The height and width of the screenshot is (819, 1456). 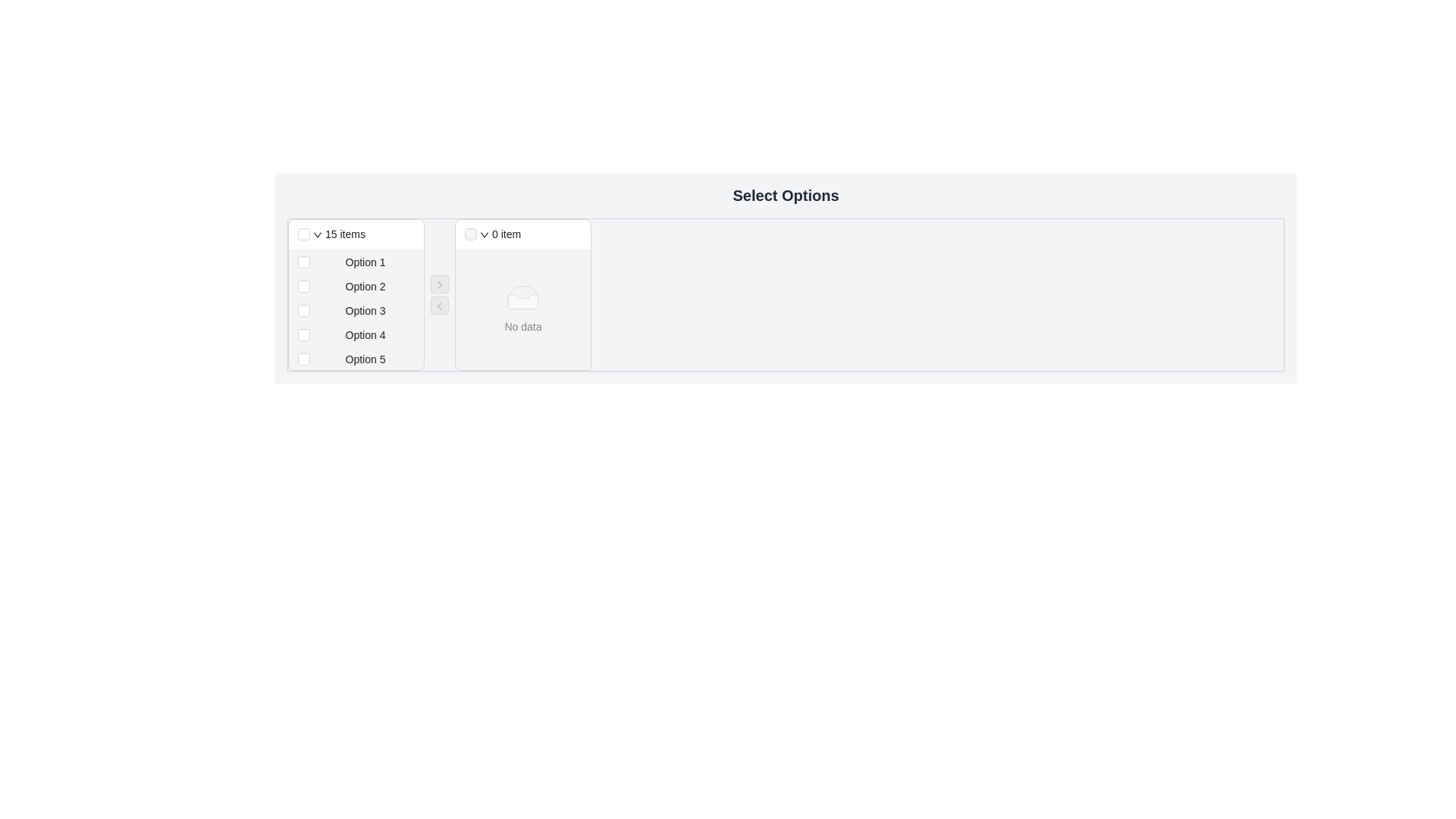 I want to click on the checkbox next to the labeled text 'Option 1', so click(x=356, y=262).